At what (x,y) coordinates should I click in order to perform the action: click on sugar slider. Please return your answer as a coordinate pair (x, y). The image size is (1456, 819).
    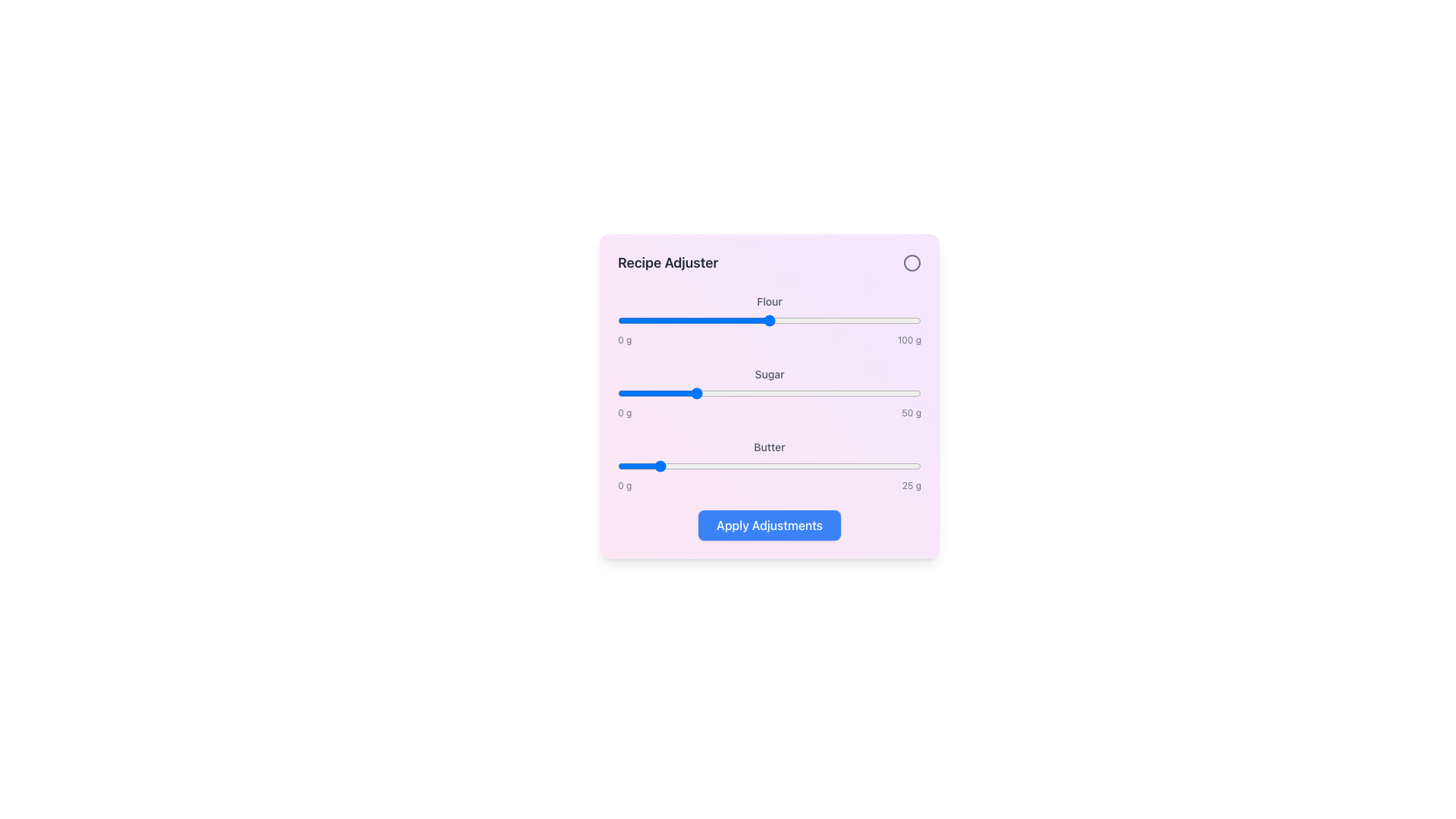
    Looking at the image, I should click on (621, 393).